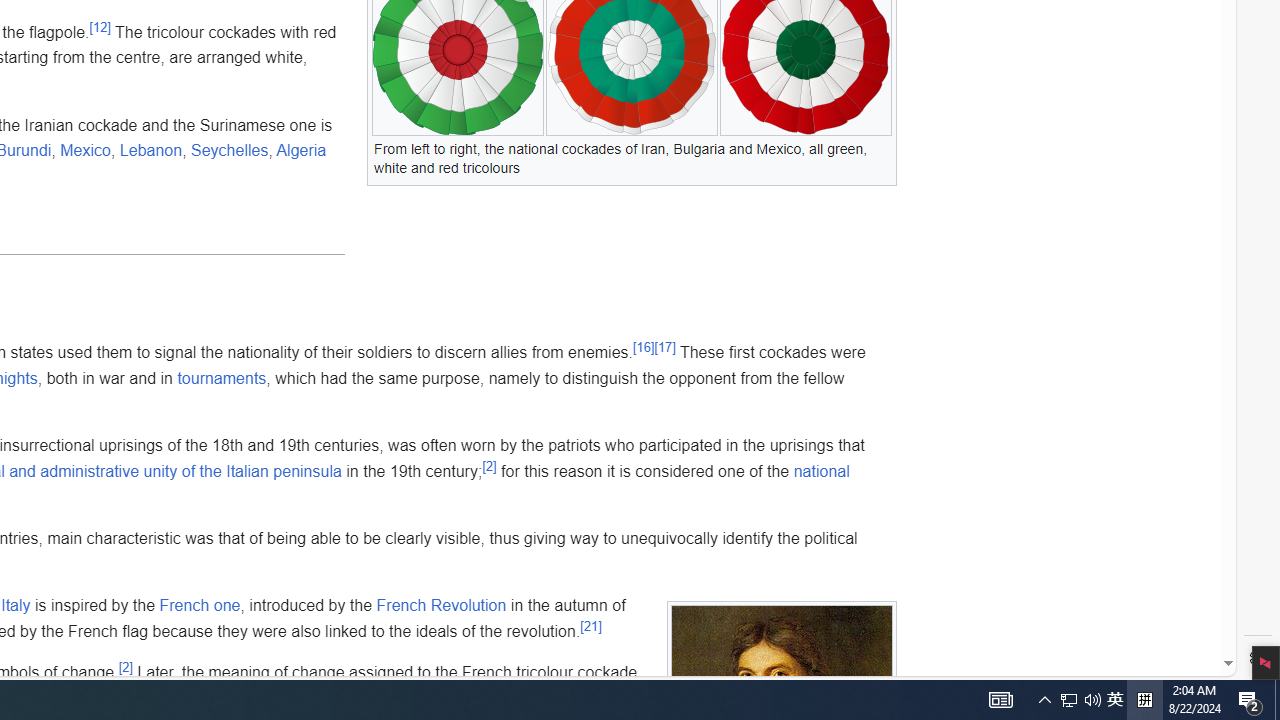 The image size is (1280, 720). Describe the element at coordinates (589, 625) in the screenshot. I see `'[21]'` at that location.